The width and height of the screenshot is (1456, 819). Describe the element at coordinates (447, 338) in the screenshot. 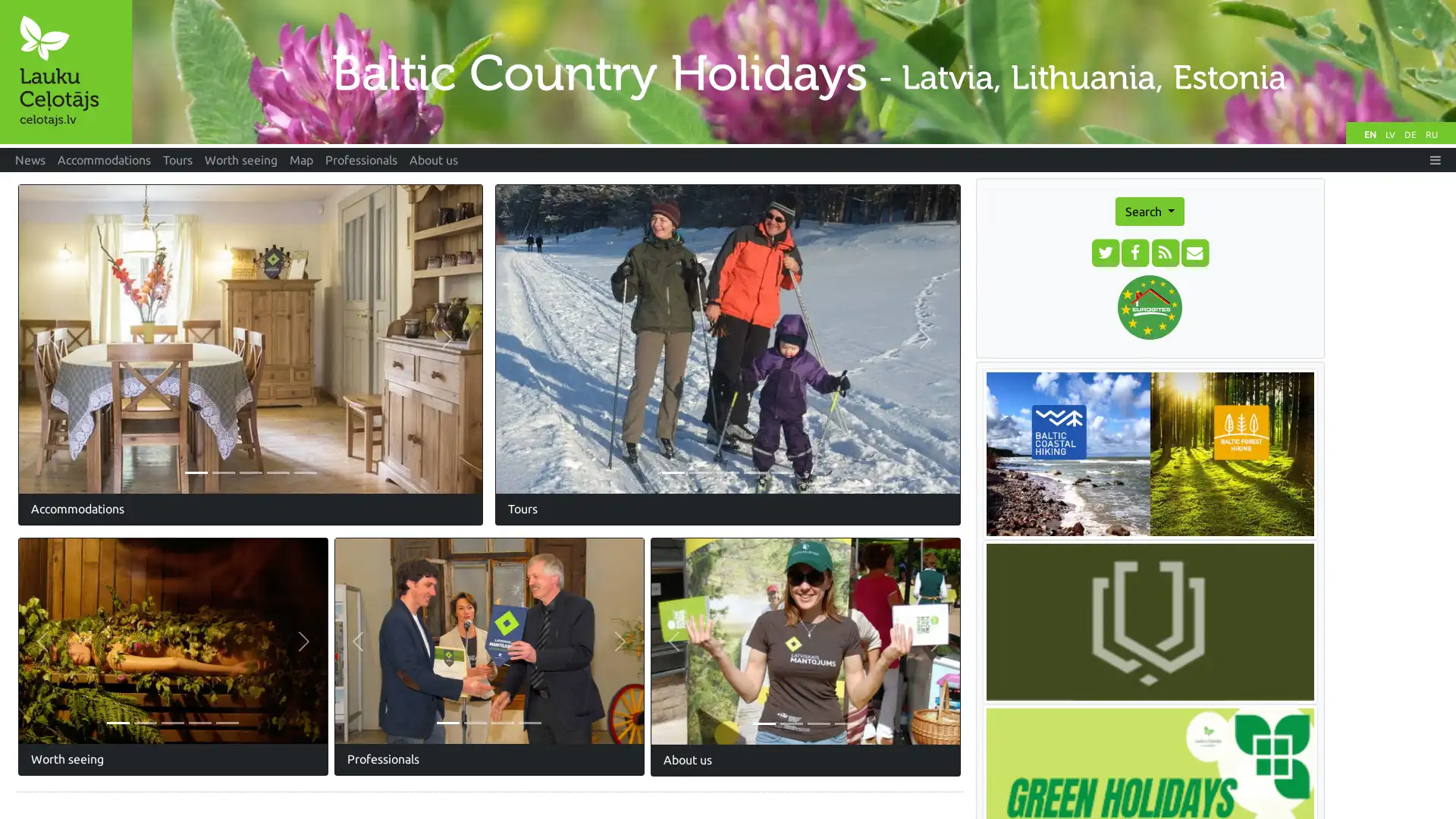

I see `Next` at that location.